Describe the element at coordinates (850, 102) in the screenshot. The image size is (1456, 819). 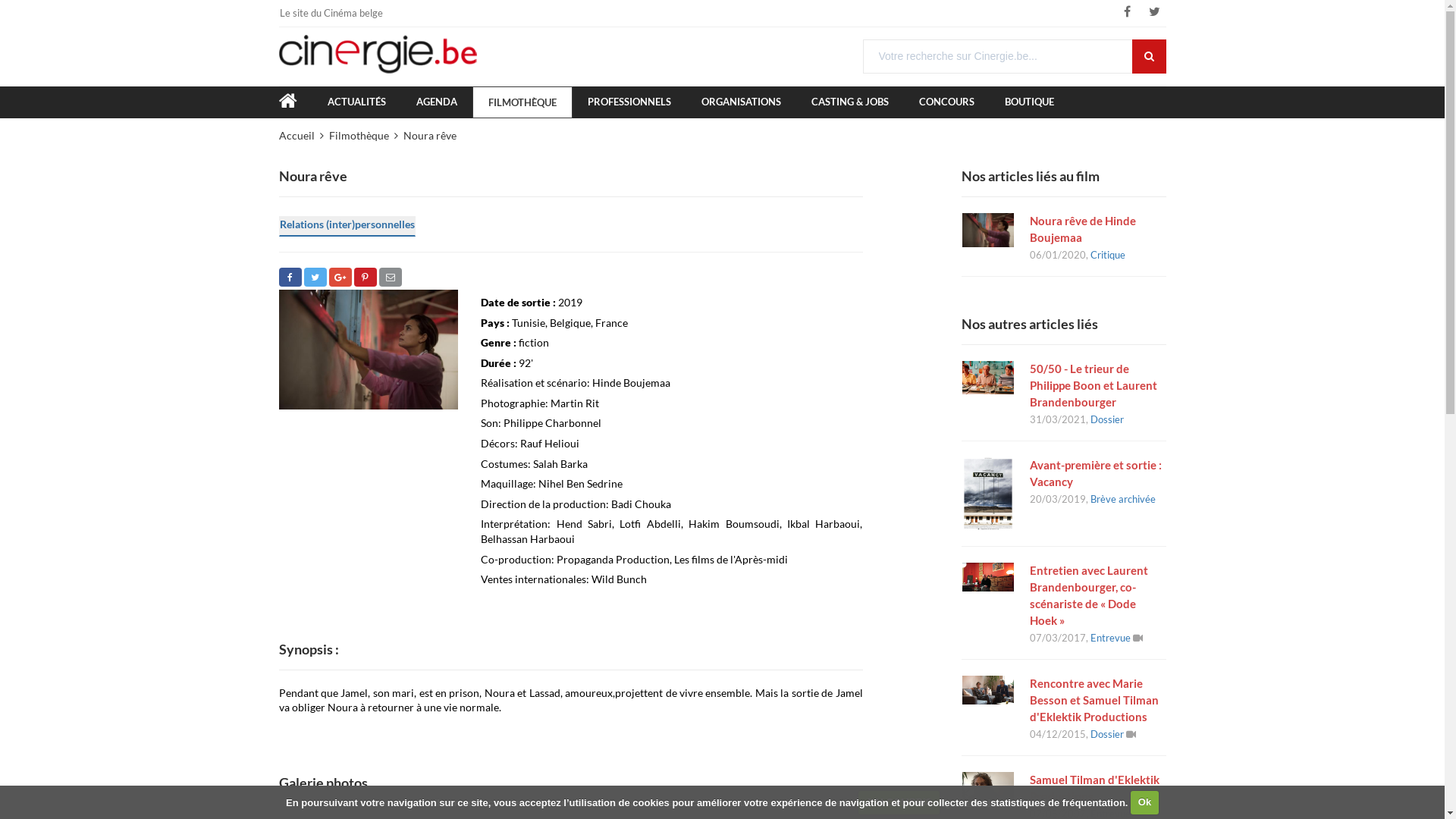
I see `'CASTING & JOBS'` at that location.